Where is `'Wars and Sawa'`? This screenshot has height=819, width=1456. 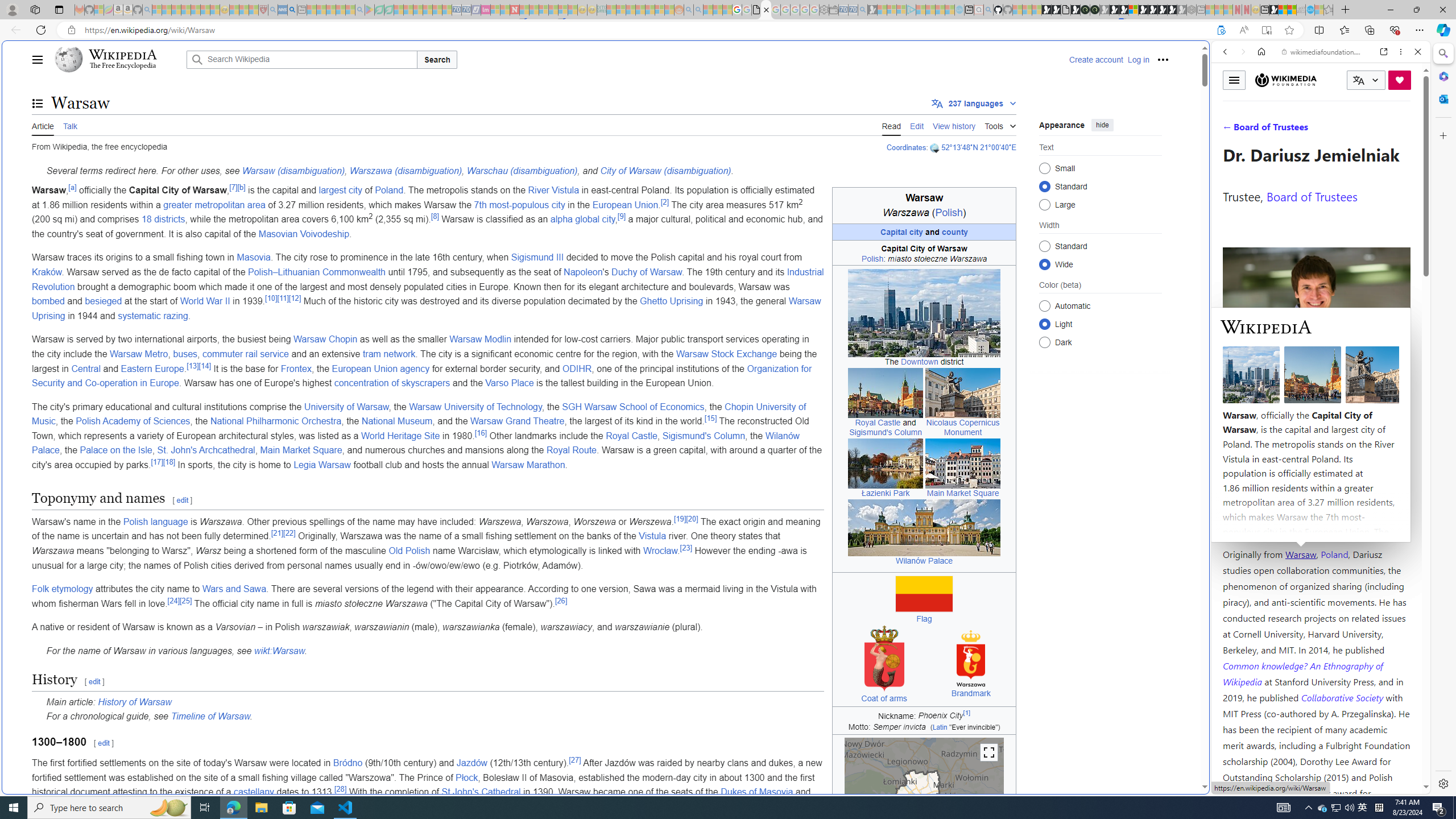 'Wars and Sawa' is located at coordinates (234, 589).